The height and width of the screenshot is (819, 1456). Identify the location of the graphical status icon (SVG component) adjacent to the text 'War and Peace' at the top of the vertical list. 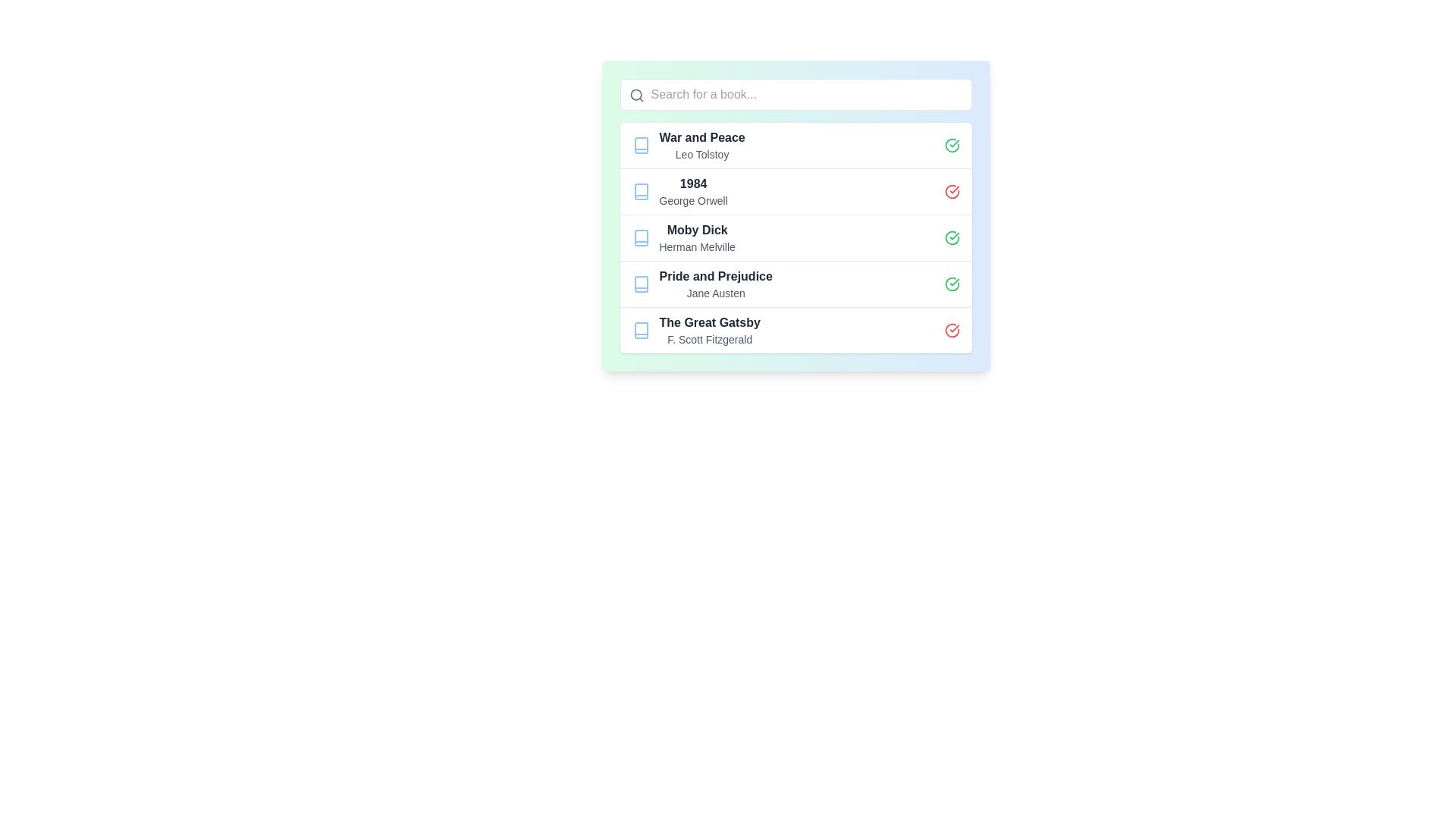
(951, 146).